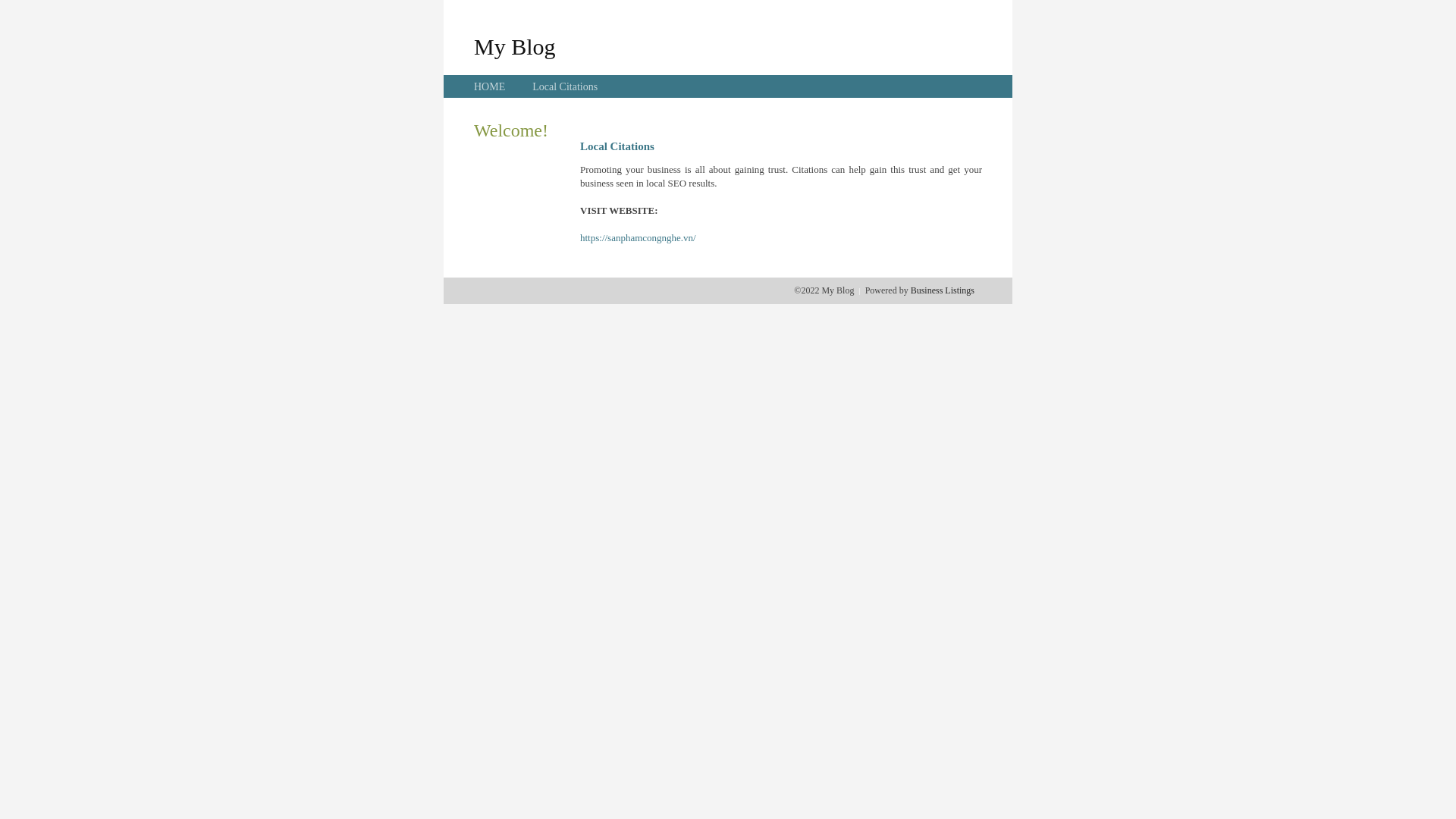  What do you see at coordinates (514, 45) in the screenshot?
I see `'My Blog'` at bounding box center [514, 45].